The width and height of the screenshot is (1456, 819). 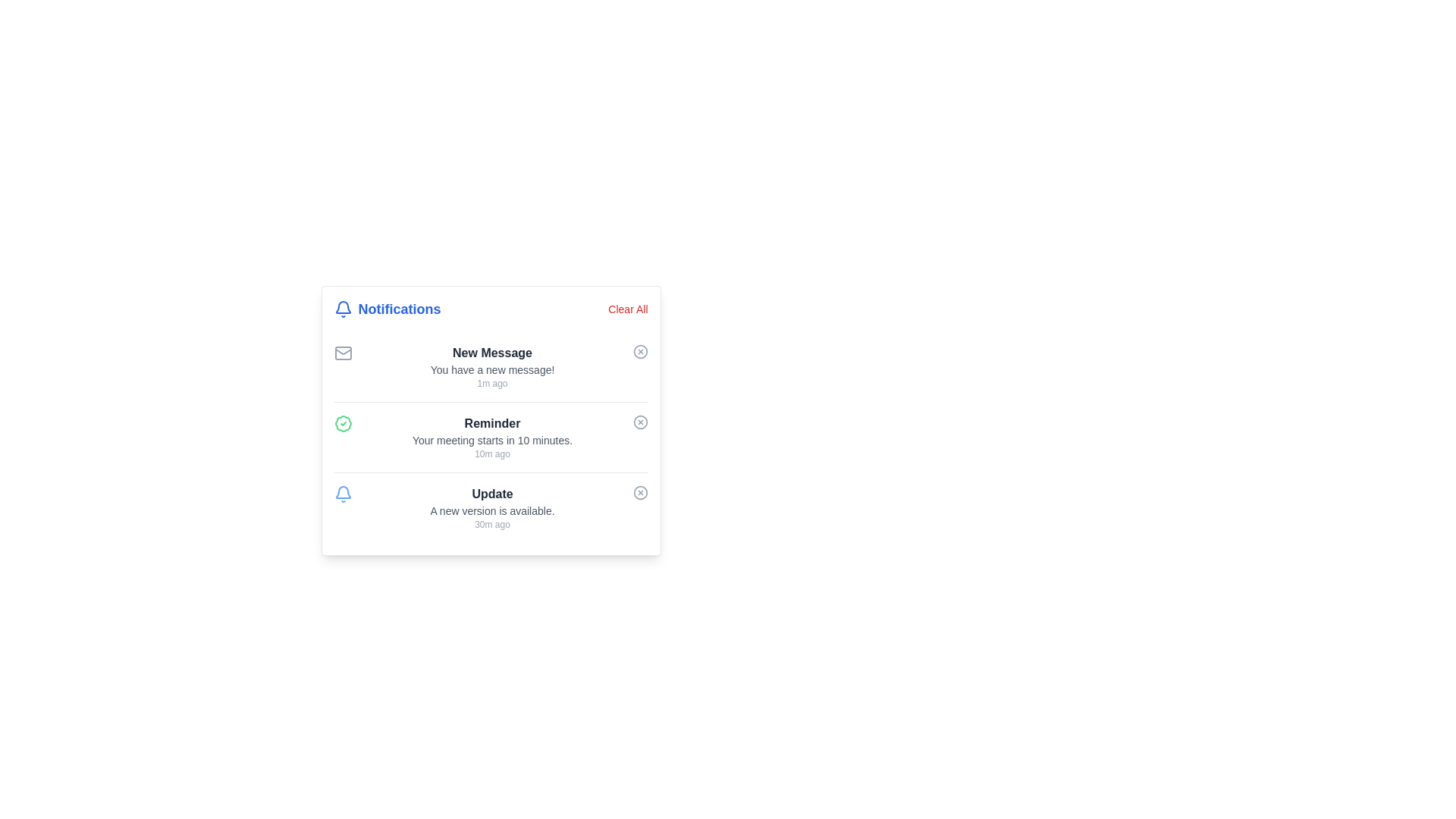 I want to click on the notification label element located at the top-left region of the notifications panel, which serves as a visual indicator for notifications, so click(x=388, y=309).